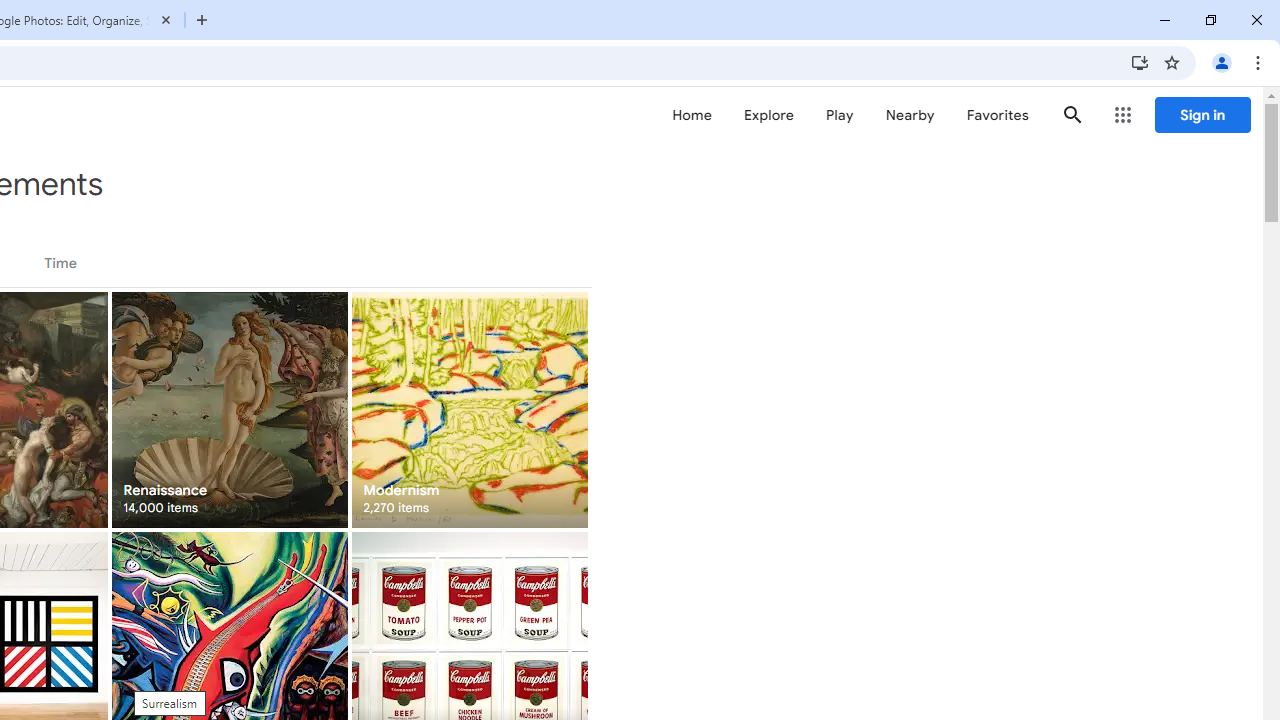  I want to click on 'Favorites', so click(997, 115).